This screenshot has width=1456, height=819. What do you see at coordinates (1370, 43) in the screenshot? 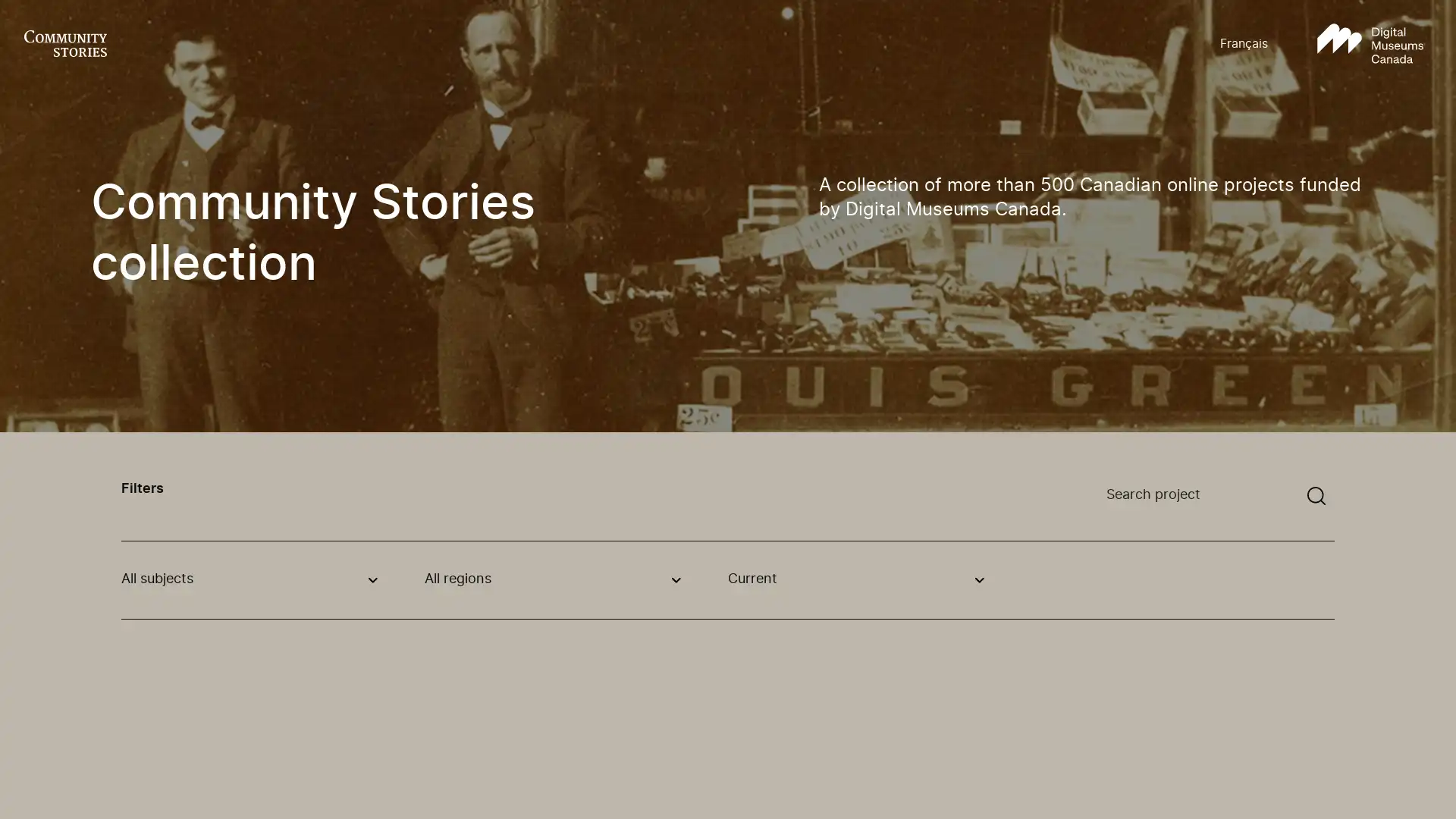
I see `Go to Digital Museums Canada website` at bounding box center [1370, 43].